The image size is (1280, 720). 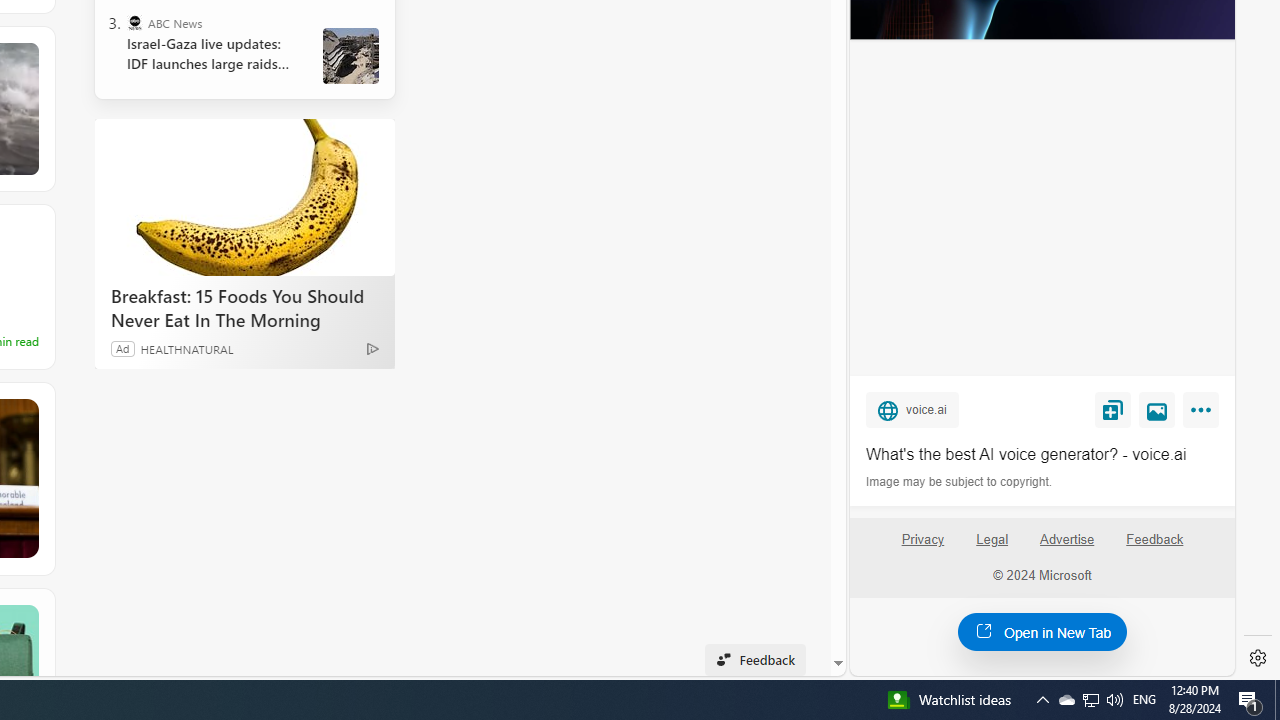 What do you see at coordinates (1065, 538) in the screenshot?
I see `'Advertise'` at bounding box center [1065, 538].